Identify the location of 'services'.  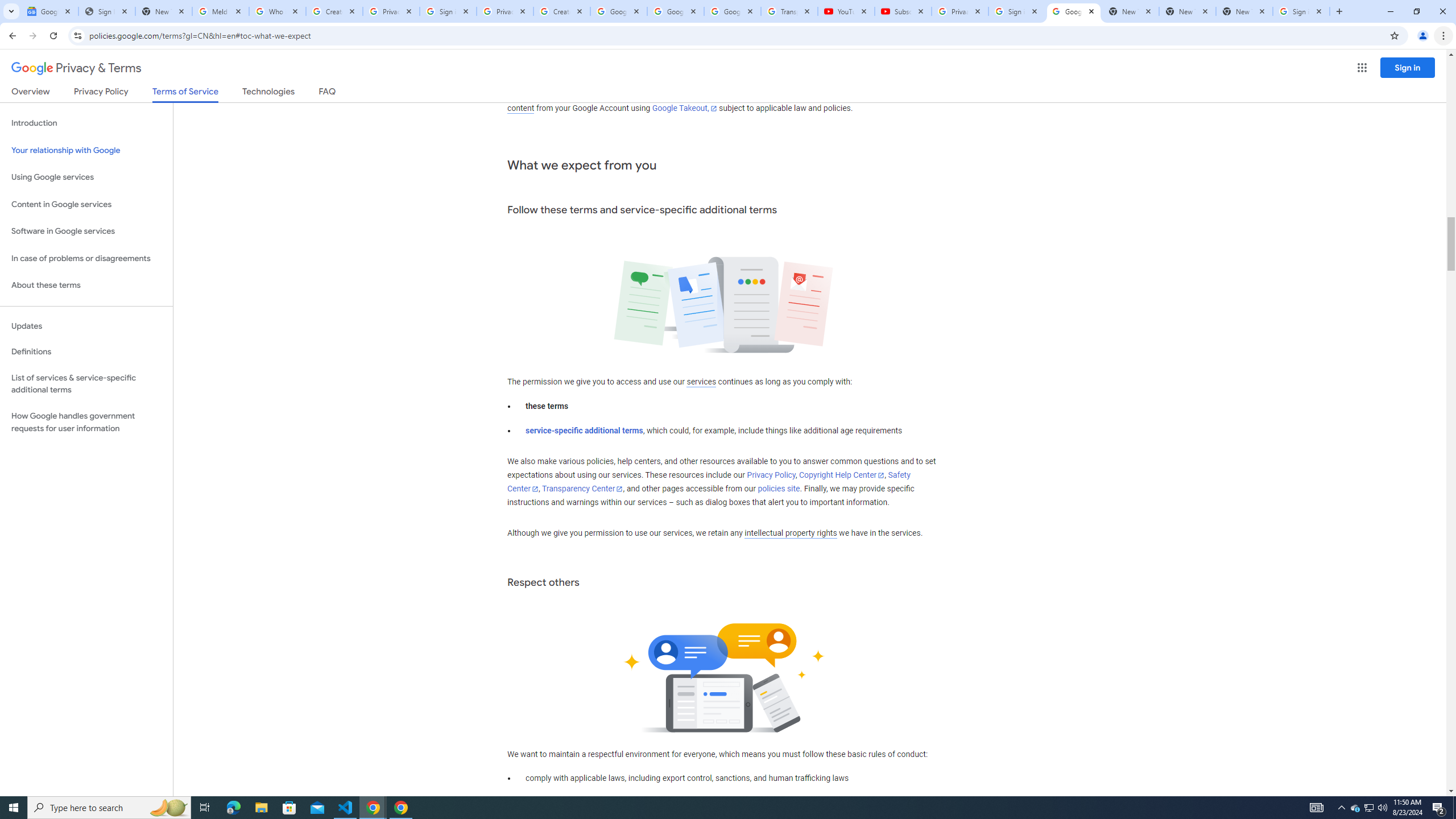
(700, 381).